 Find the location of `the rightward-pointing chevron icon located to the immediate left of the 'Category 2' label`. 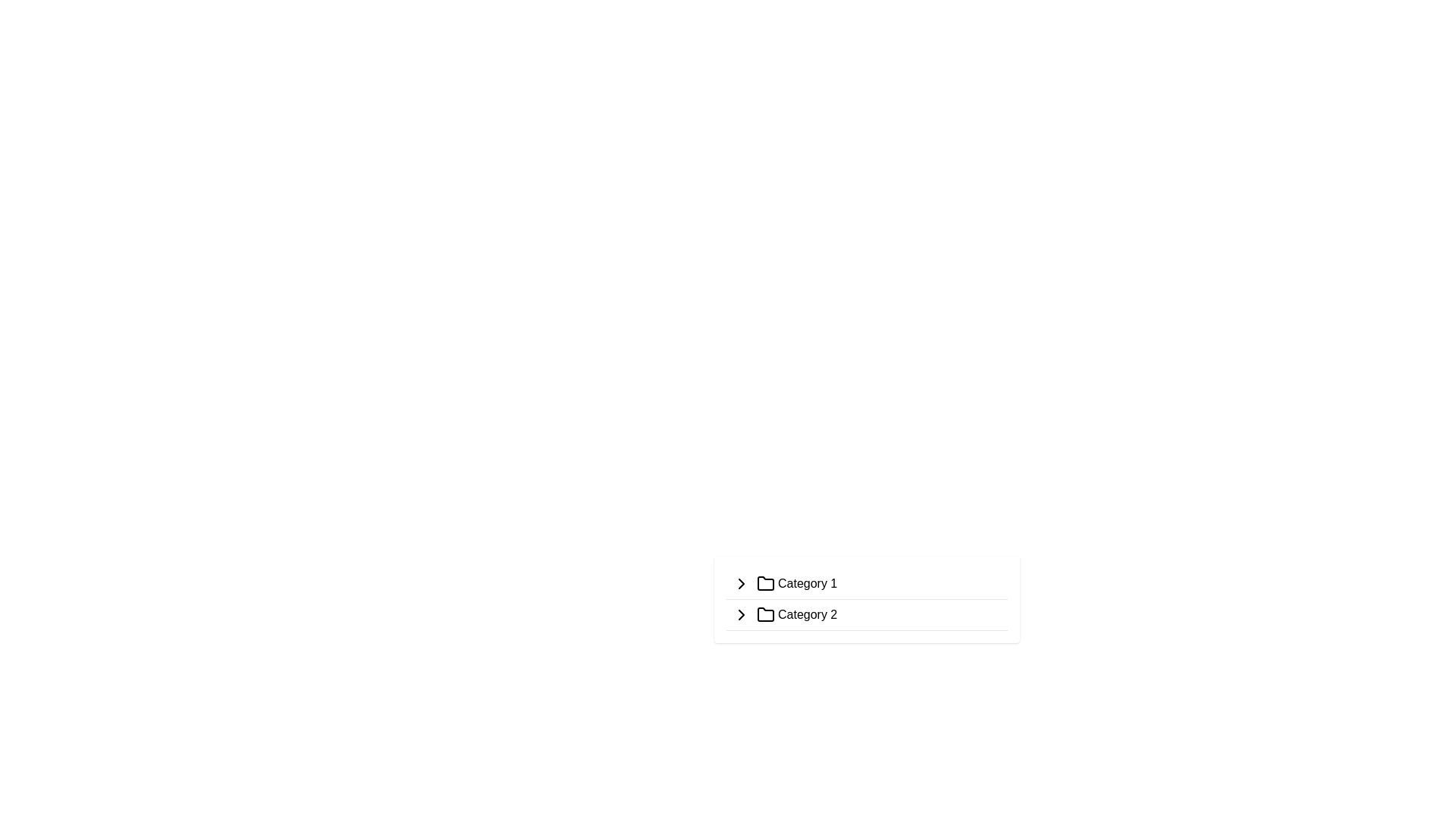

the rightward-pointing chevron icon located to the immediate left of the 'Category 2' label is located at coordinates (742, 614).